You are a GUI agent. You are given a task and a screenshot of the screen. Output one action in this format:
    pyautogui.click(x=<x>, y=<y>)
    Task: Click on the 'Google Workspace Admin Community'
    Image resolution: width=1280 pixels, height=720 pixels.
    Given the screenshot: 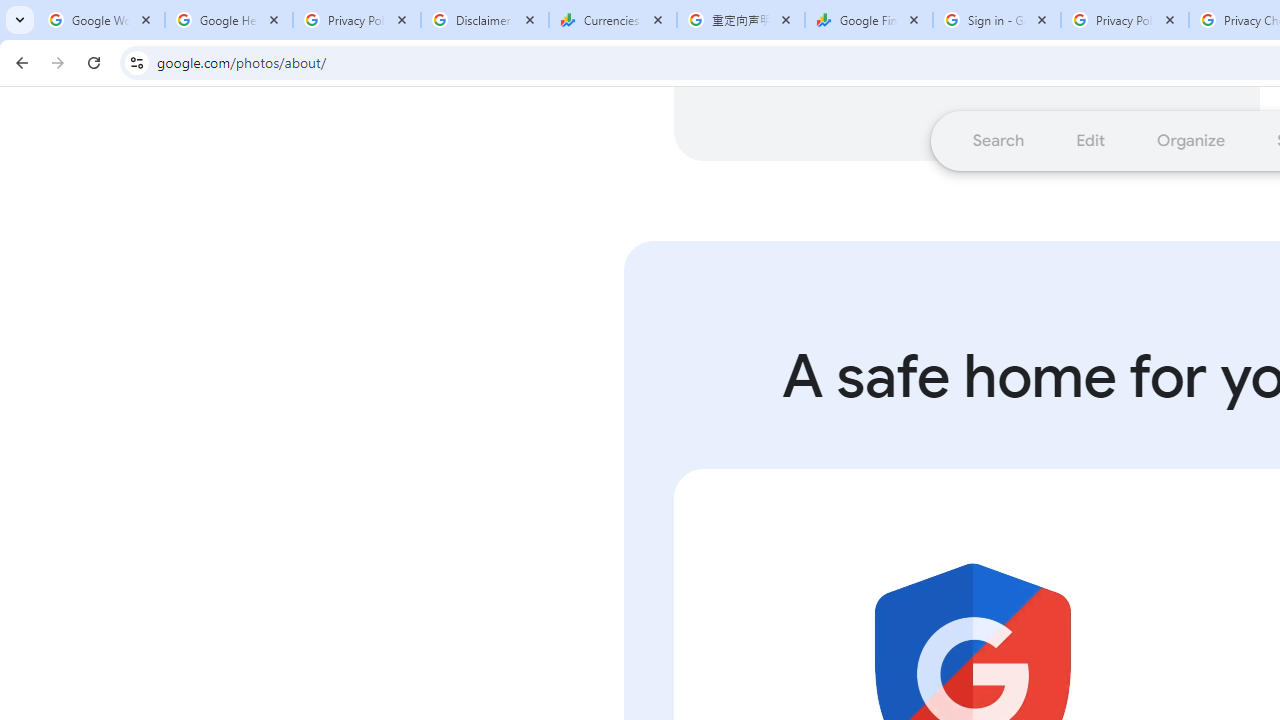 What is the action you would take?
    pyautogui.click(x=100, y=20)
    